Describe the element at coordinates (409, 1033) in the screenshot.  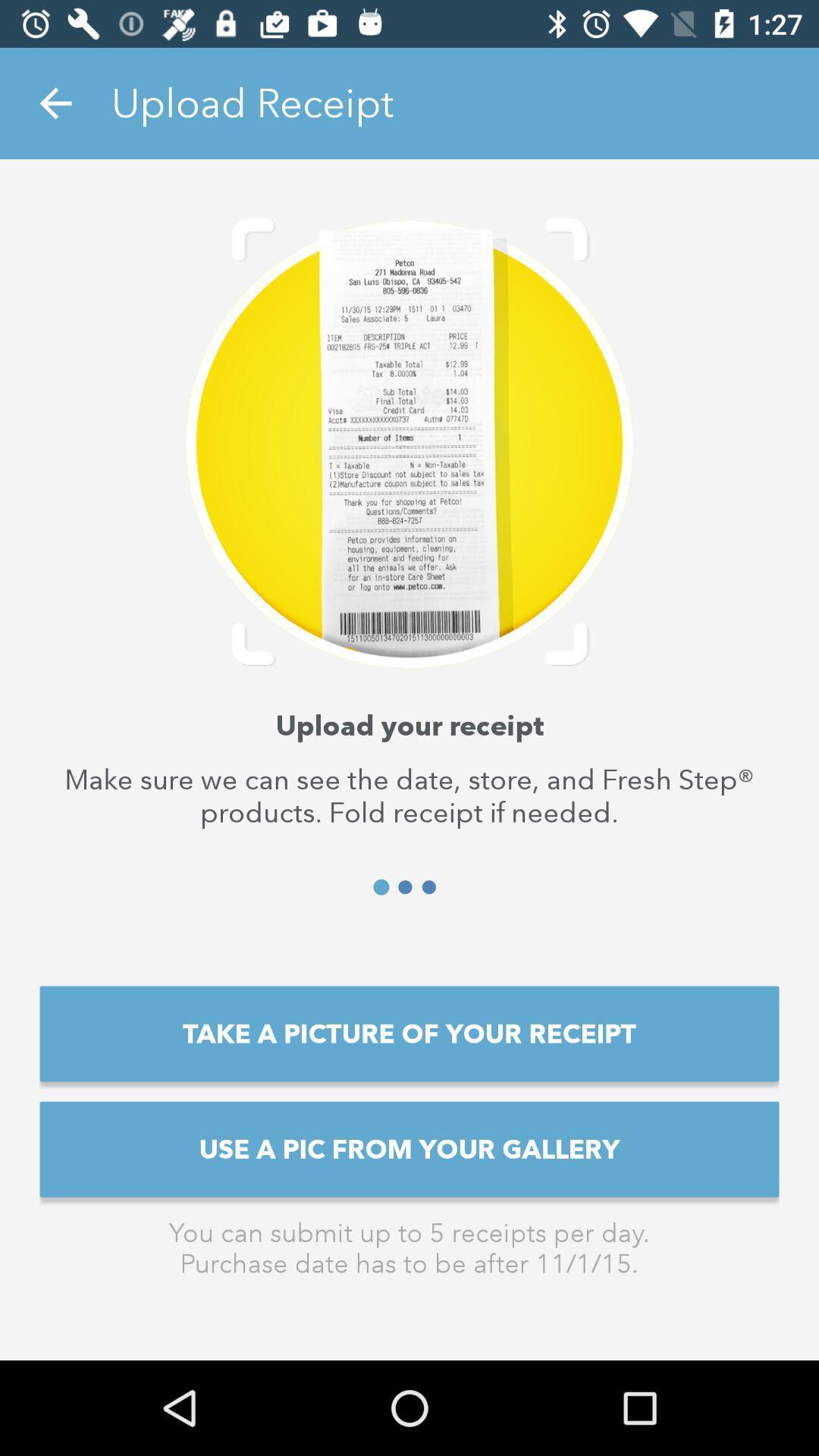
I see `the take a picture icon` at that location.